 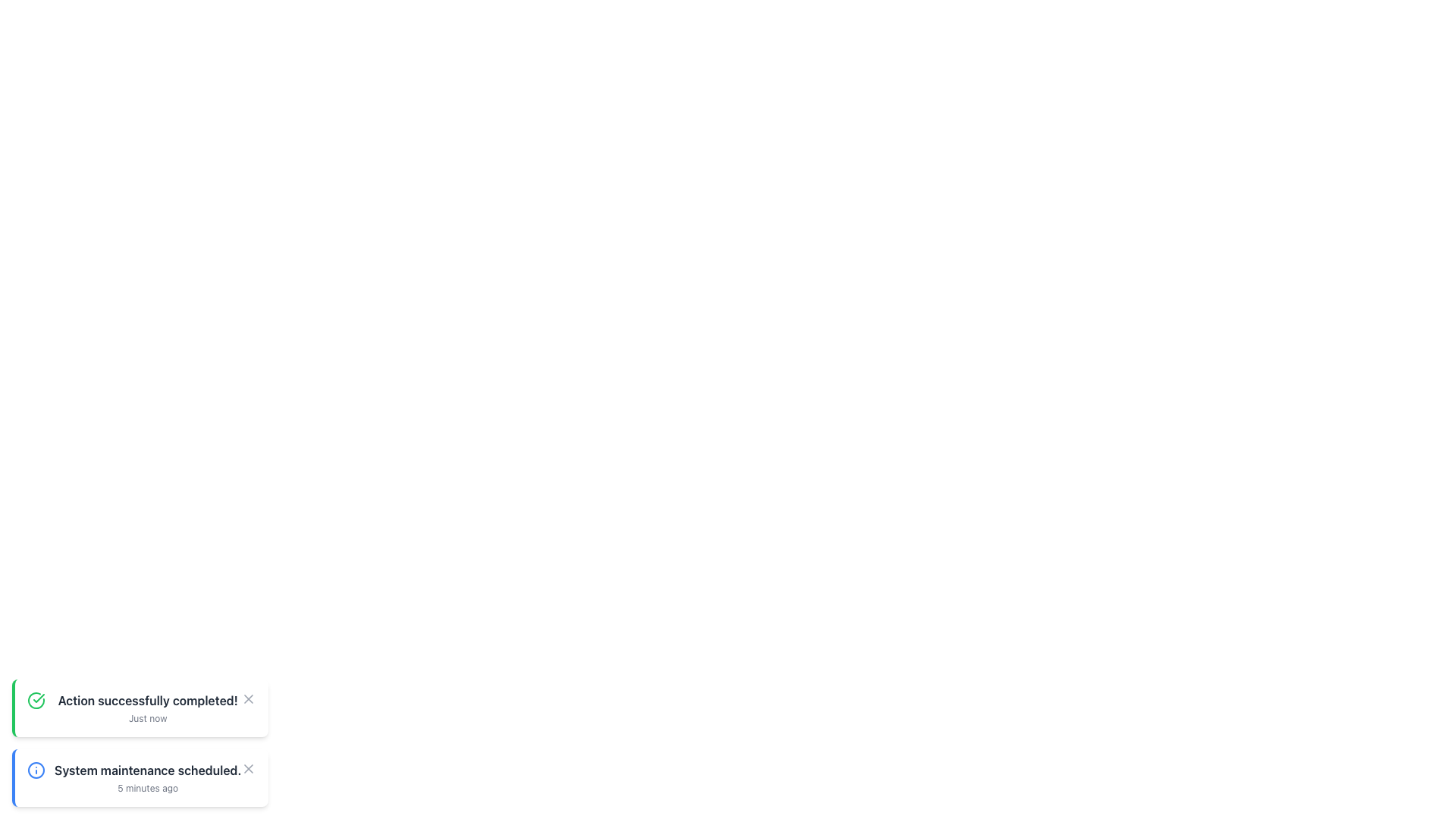 What do you see at coordinates (36, 770) in the screenshot?
I see `the circular blue outlined icon with an exclamation mark, located to the left of the text 'System maintenance scheduled.' in the notification card` at bounding box center [36, 770].